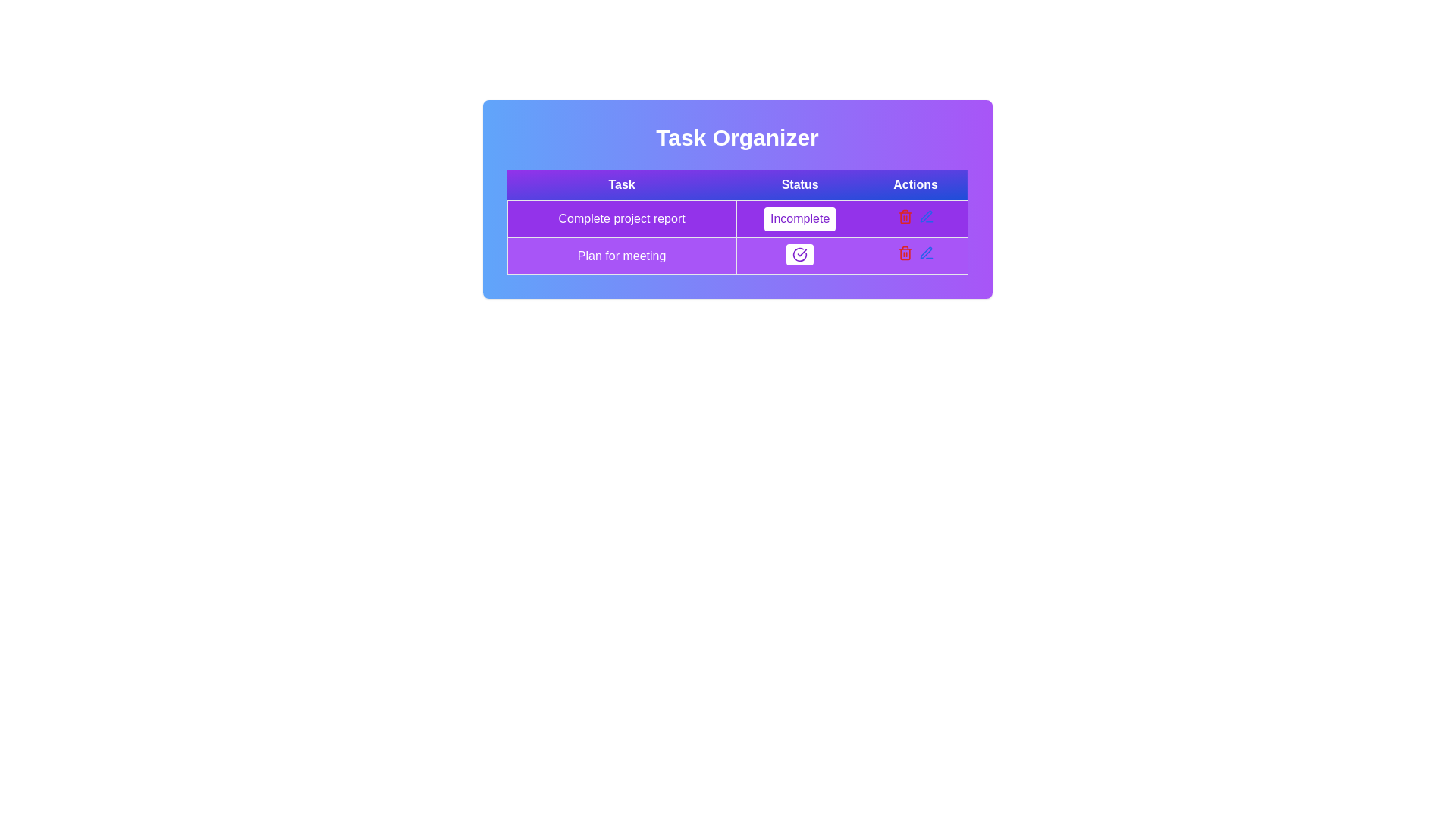 The height and width of the screenshot is (819, 1456). Describe the element at coordinates (925, 253) in the screenshot. I see `the blue pen icon in the 'Actions' column of the table, which signifies edit functionality for the 'Complete project report' task` at that location.